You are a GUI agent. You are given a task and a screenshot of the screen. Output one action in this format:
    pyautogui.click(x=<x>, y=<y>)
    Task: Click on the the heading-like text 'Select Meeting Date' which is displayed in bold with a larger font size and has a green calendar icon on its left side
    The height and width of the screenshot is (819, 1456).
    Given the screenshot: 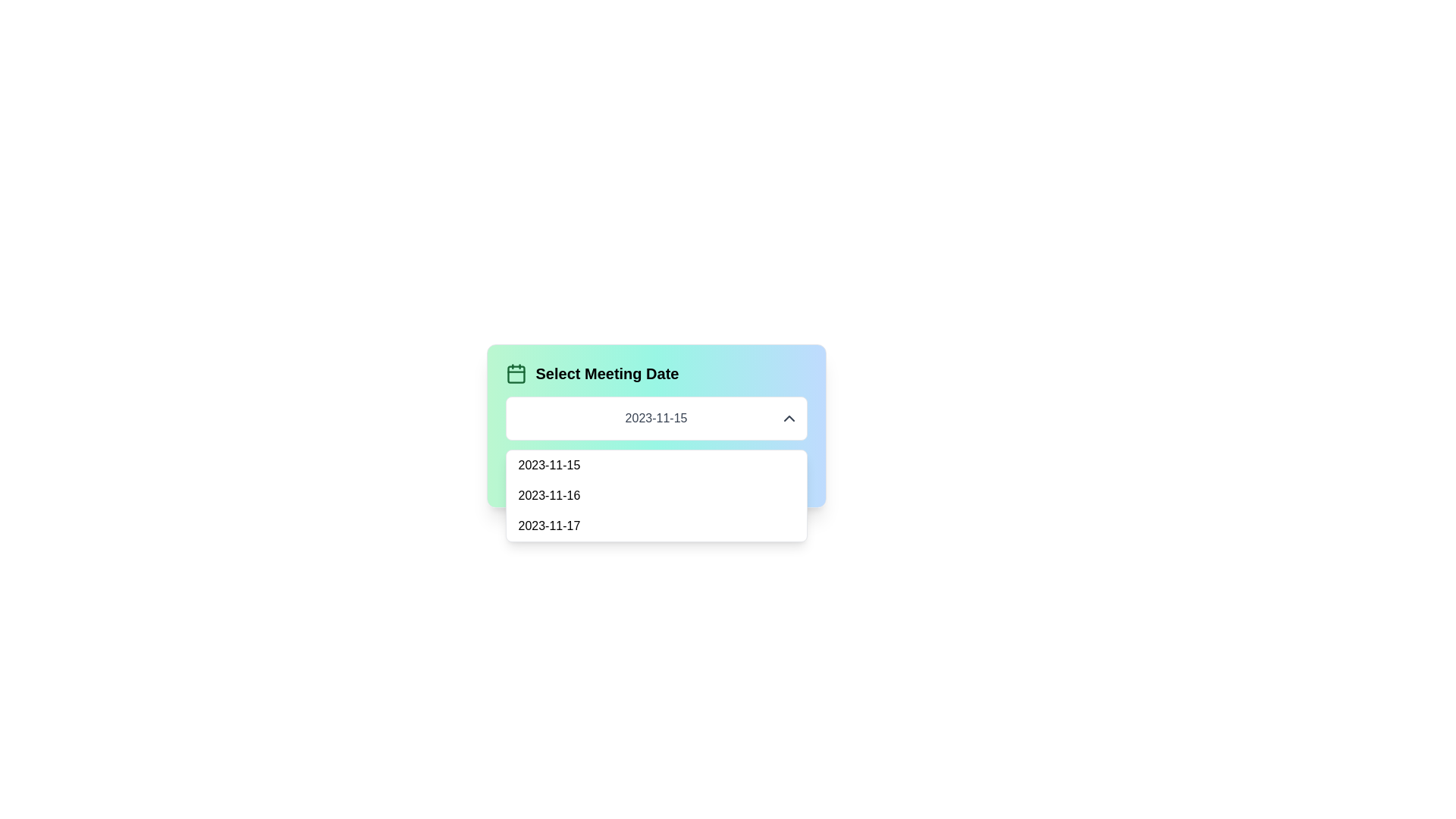 What is the action you would take?
    pyautogui.click(x=656, y=374)
    